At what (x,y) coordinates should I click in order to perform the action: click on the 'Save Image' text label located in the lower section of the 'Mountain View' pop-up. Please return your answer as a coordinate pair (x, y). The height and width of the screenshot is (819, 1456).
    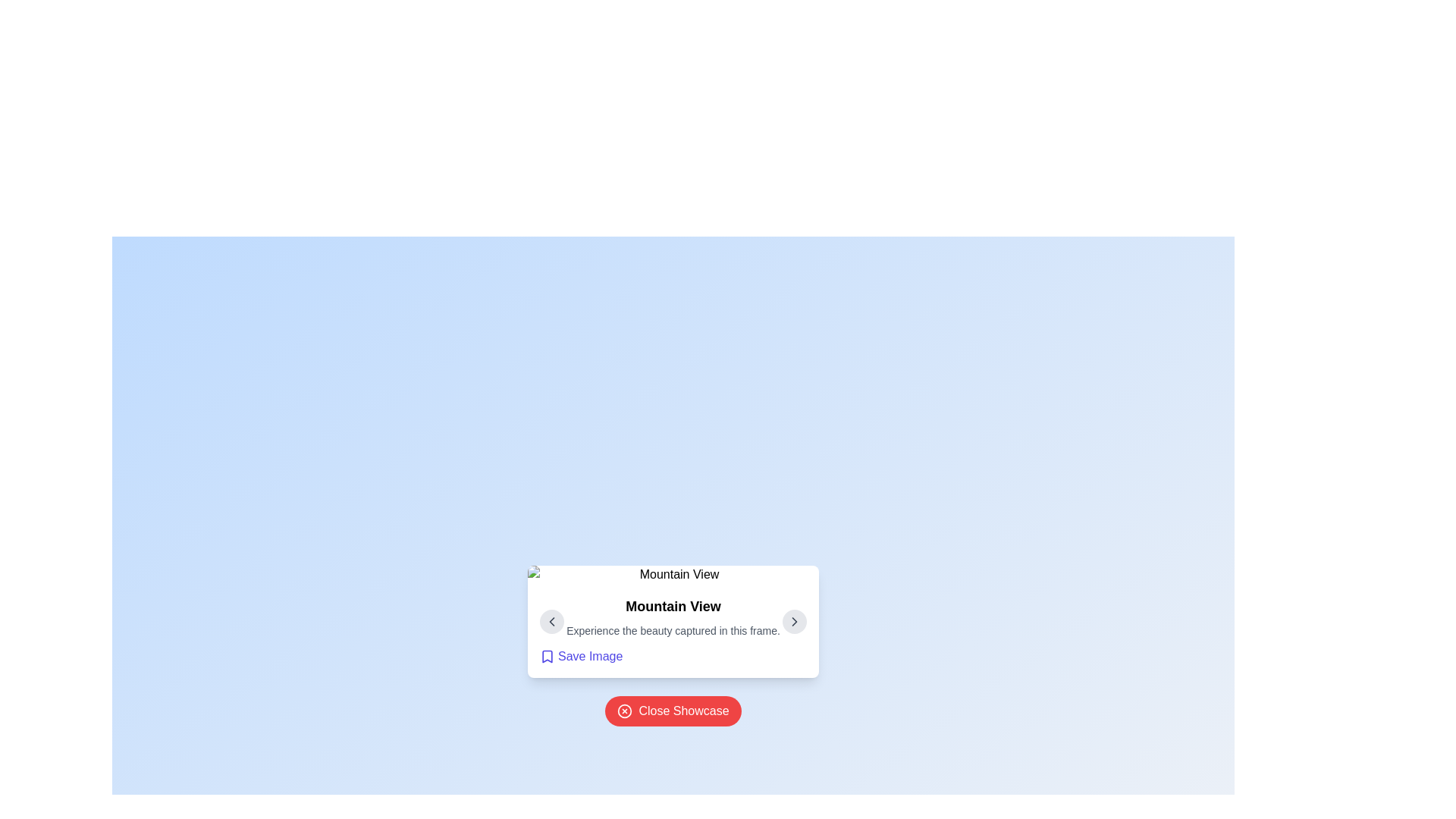
    Looking at the image, I should click on (589, 656).